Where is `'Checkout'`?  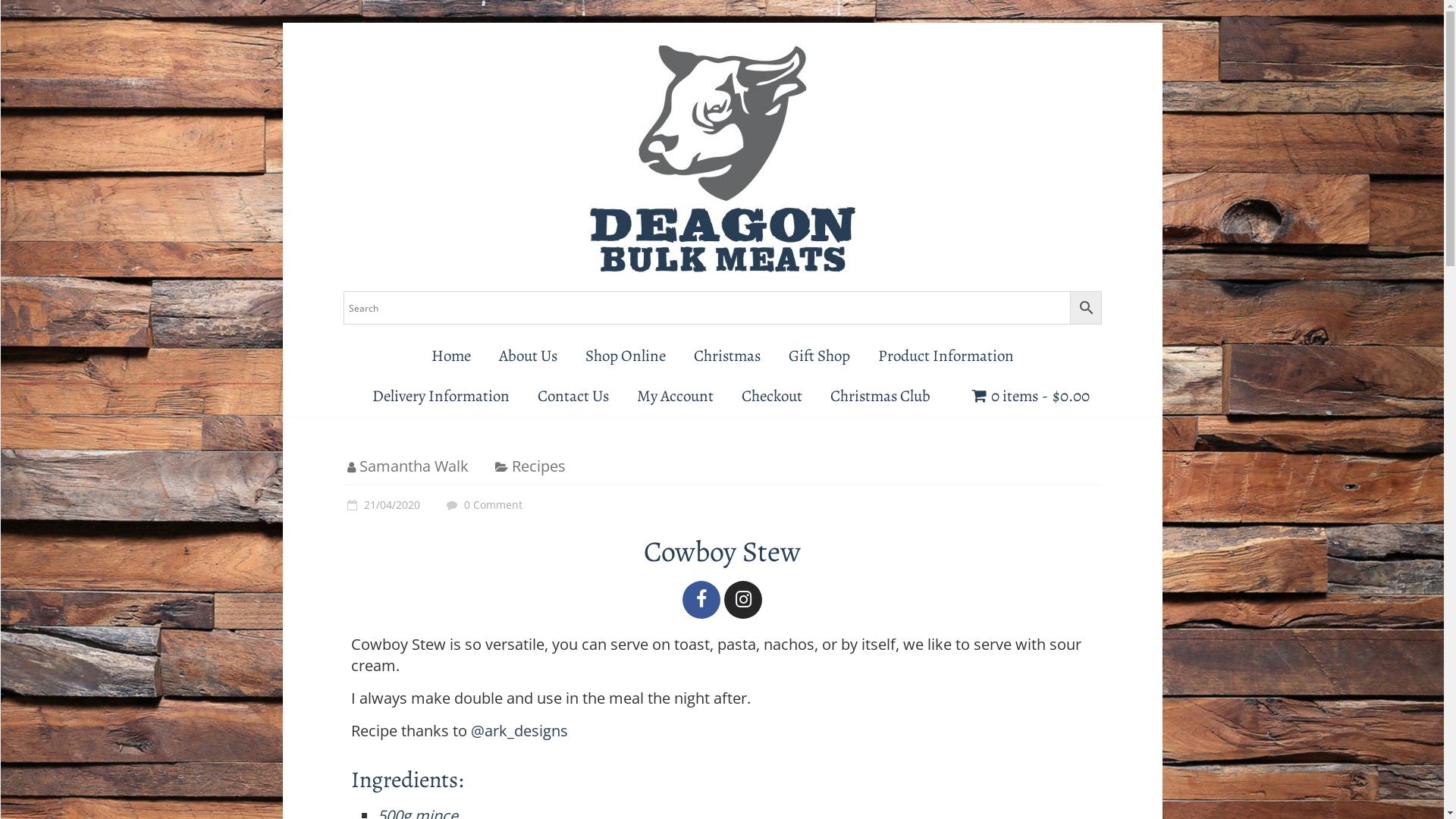
'Checkout' is located at coordinates (771, 395).